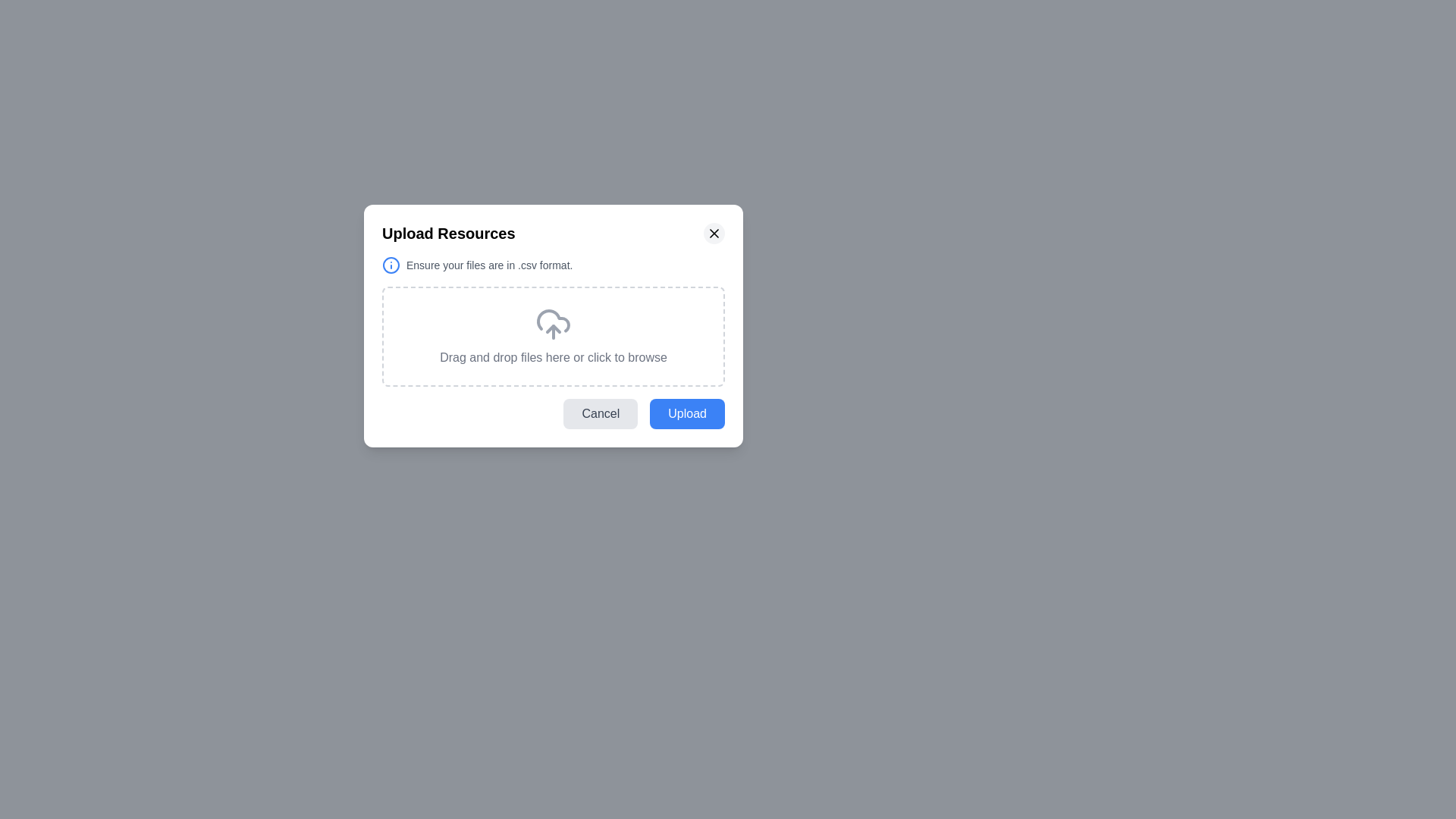 The image size is (1456, 819). I want to click on the informational block displaying the notice 'Ensure your files are in .csv format.' with the blue information icon to read the text, so click(552, 265).